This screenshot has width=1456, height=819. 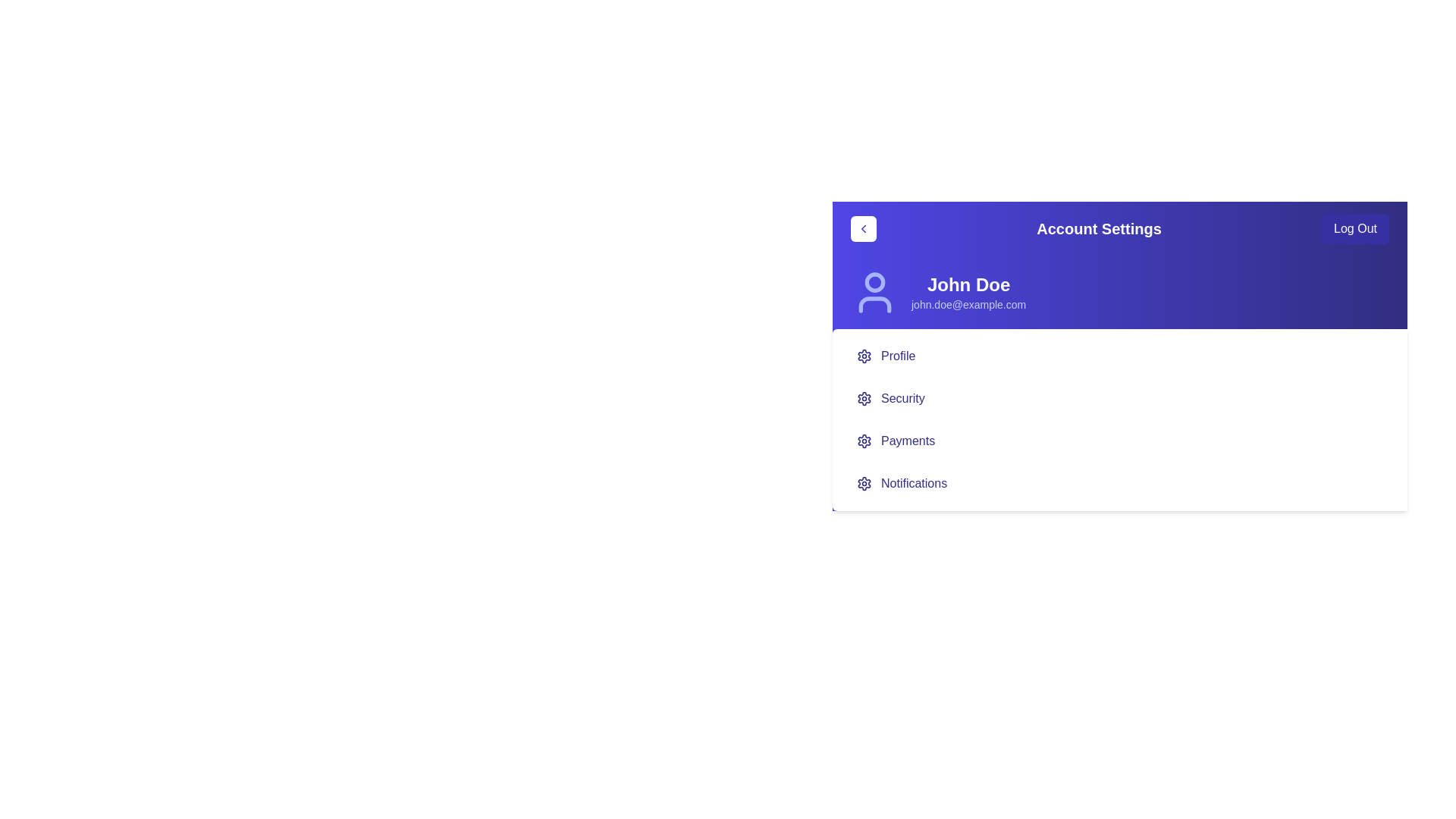 What do you see at coordinates (1099, 228) in the screenshot?
I see `the 'Account Settings' text label, which is displayed in white, bold font against a purple background, located in the horizontal bar at the top of the interface` at bounding box center [1099, 228].